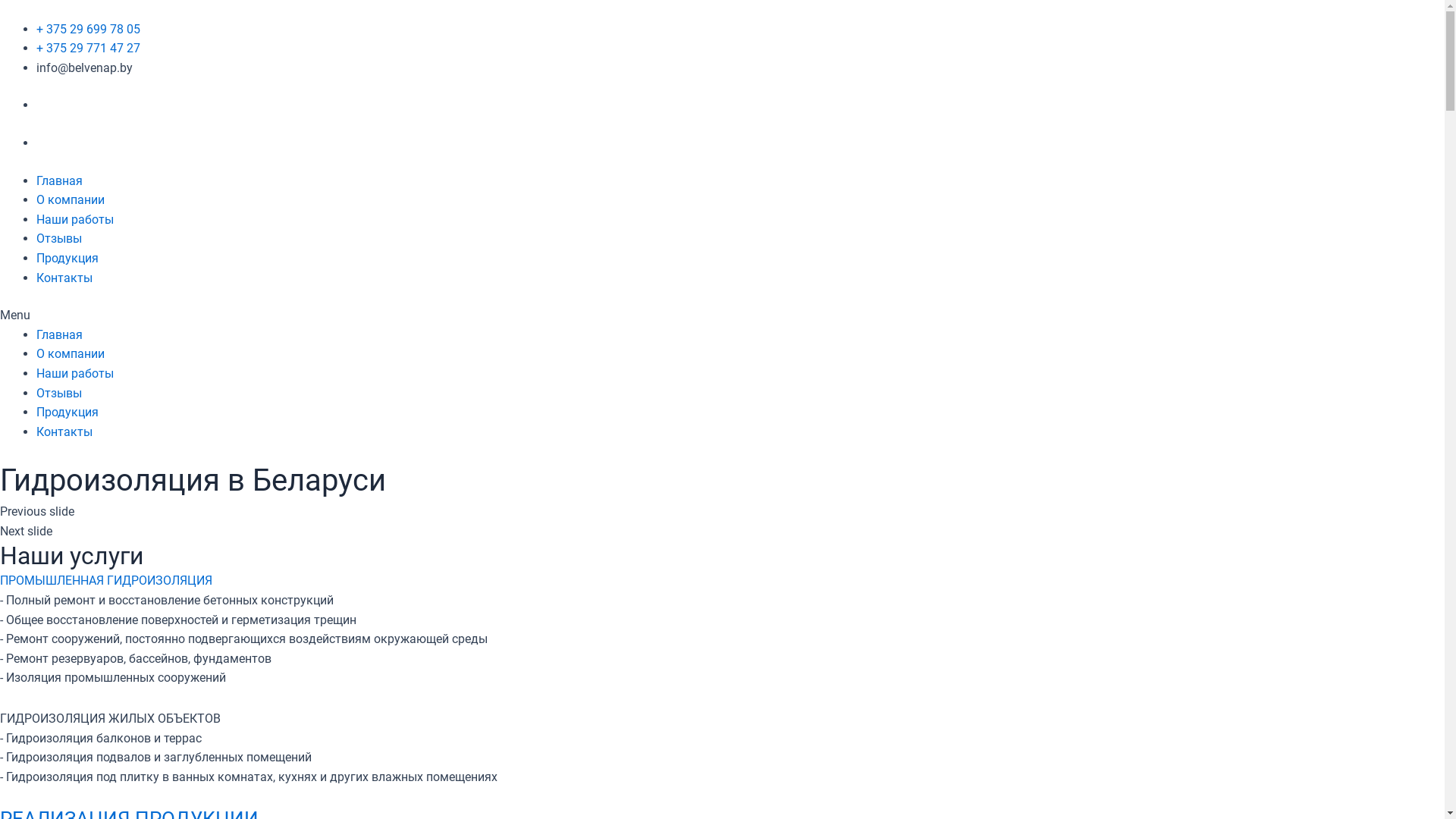  I want to click on '+ 375 29 771 47 27', so click(36, 47).